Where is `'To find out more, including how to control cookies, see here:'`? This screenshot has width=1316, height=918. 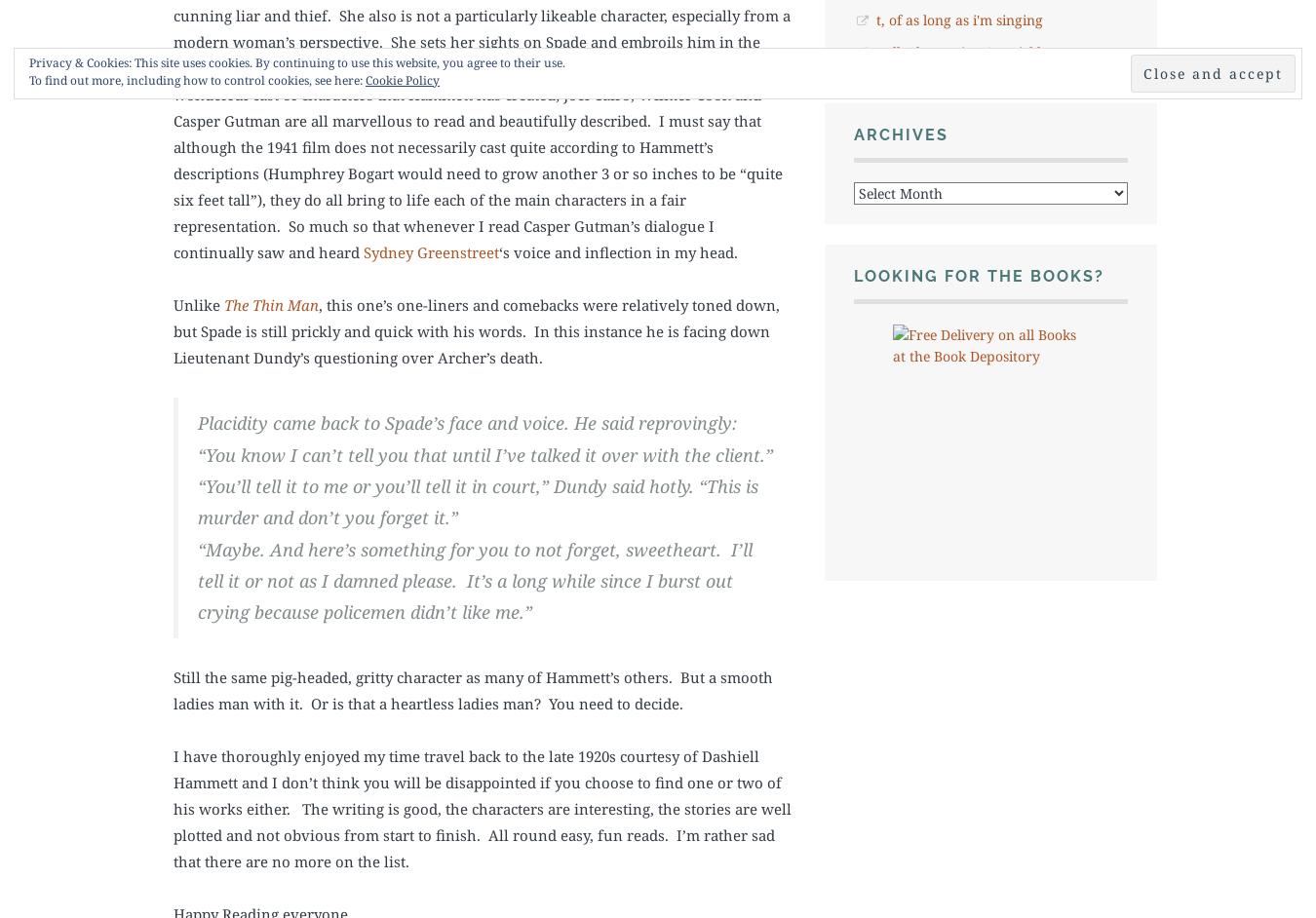 'To find out more, including how to control cookies, see here:' is located at coordinates (197, 79).